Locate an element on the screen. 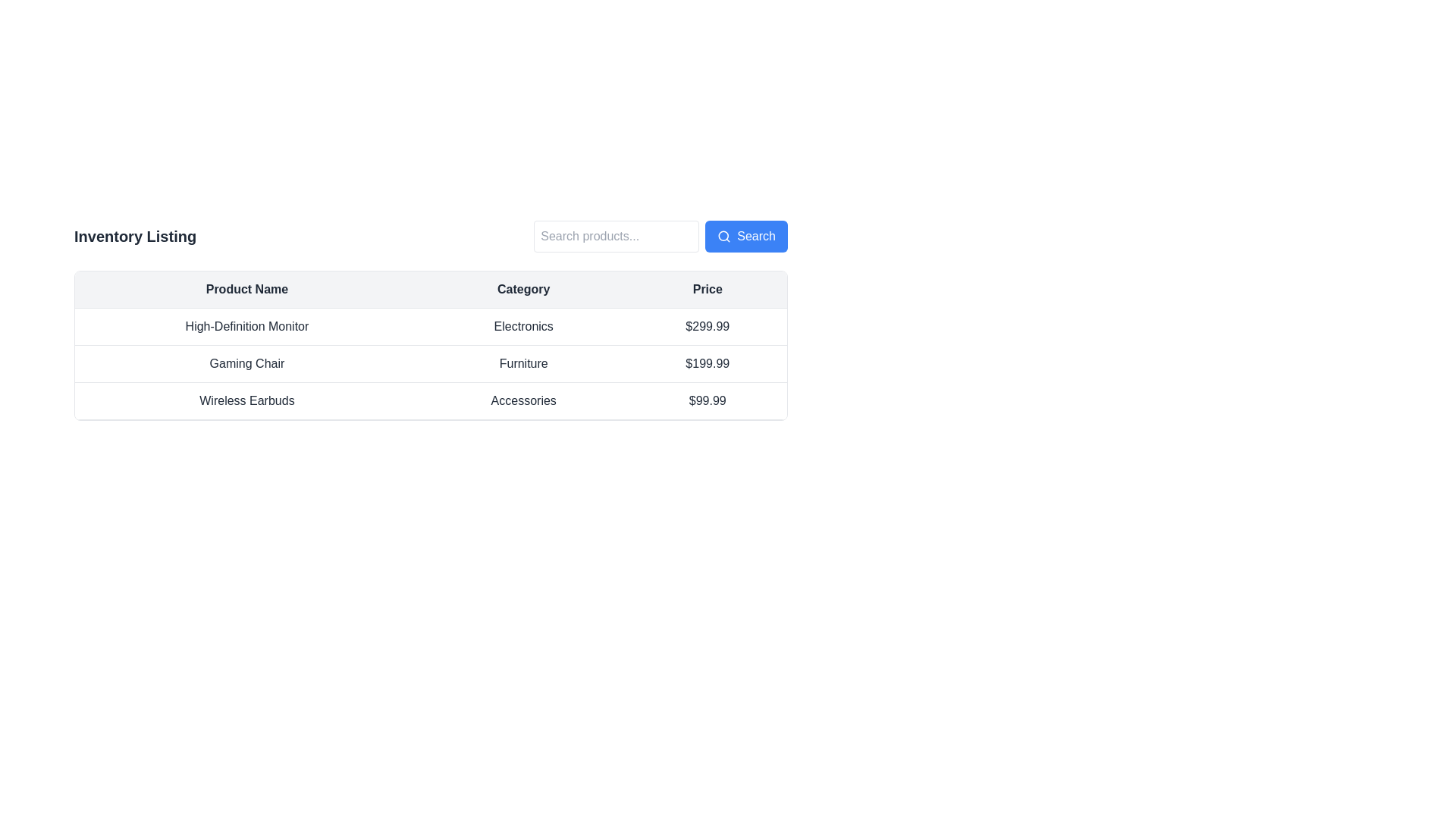 This screenshot has height=819, width=1456. text content of the category label 'Furniture' located in the second row under the 'Category' column of the table, positioned between the 'Product Name' and 'Price' columns is located at coordinates (523, 363).